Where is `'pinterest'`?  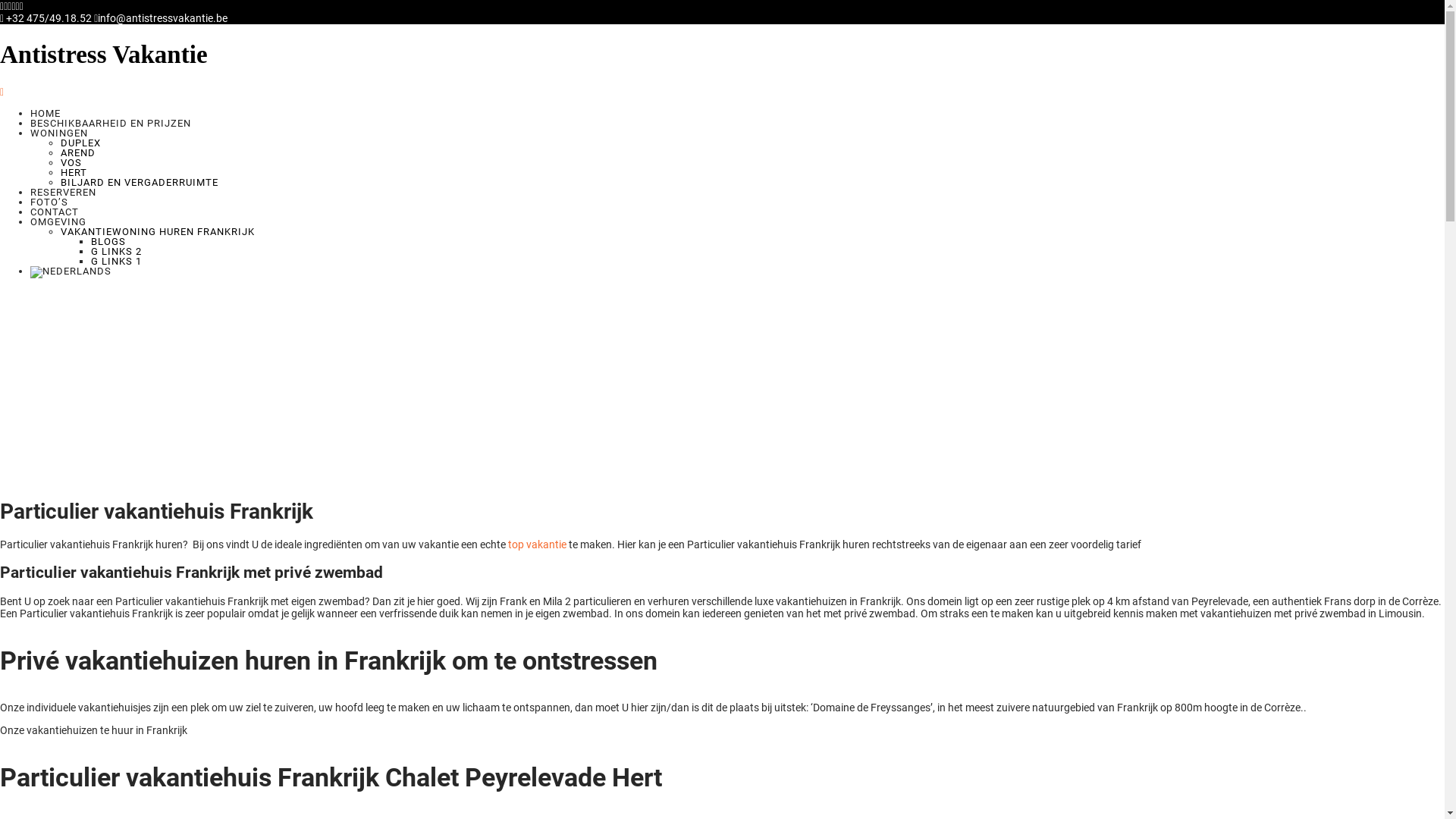 'pinterest' is located at coordinates (17, 6).